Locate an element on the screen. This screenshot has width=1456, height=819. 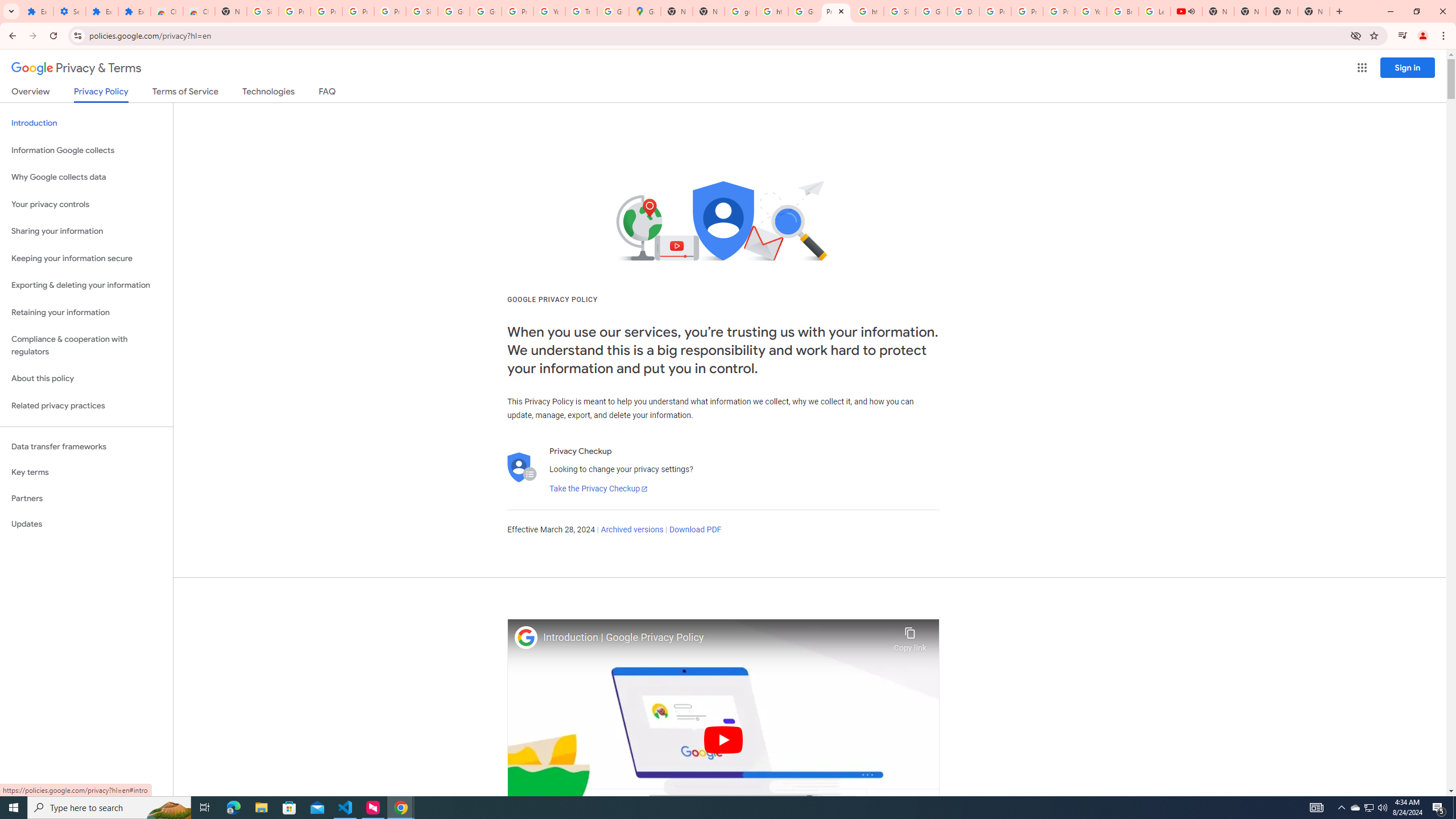
'Take the Privacy Checkup' is located at coordinates (598, 488).